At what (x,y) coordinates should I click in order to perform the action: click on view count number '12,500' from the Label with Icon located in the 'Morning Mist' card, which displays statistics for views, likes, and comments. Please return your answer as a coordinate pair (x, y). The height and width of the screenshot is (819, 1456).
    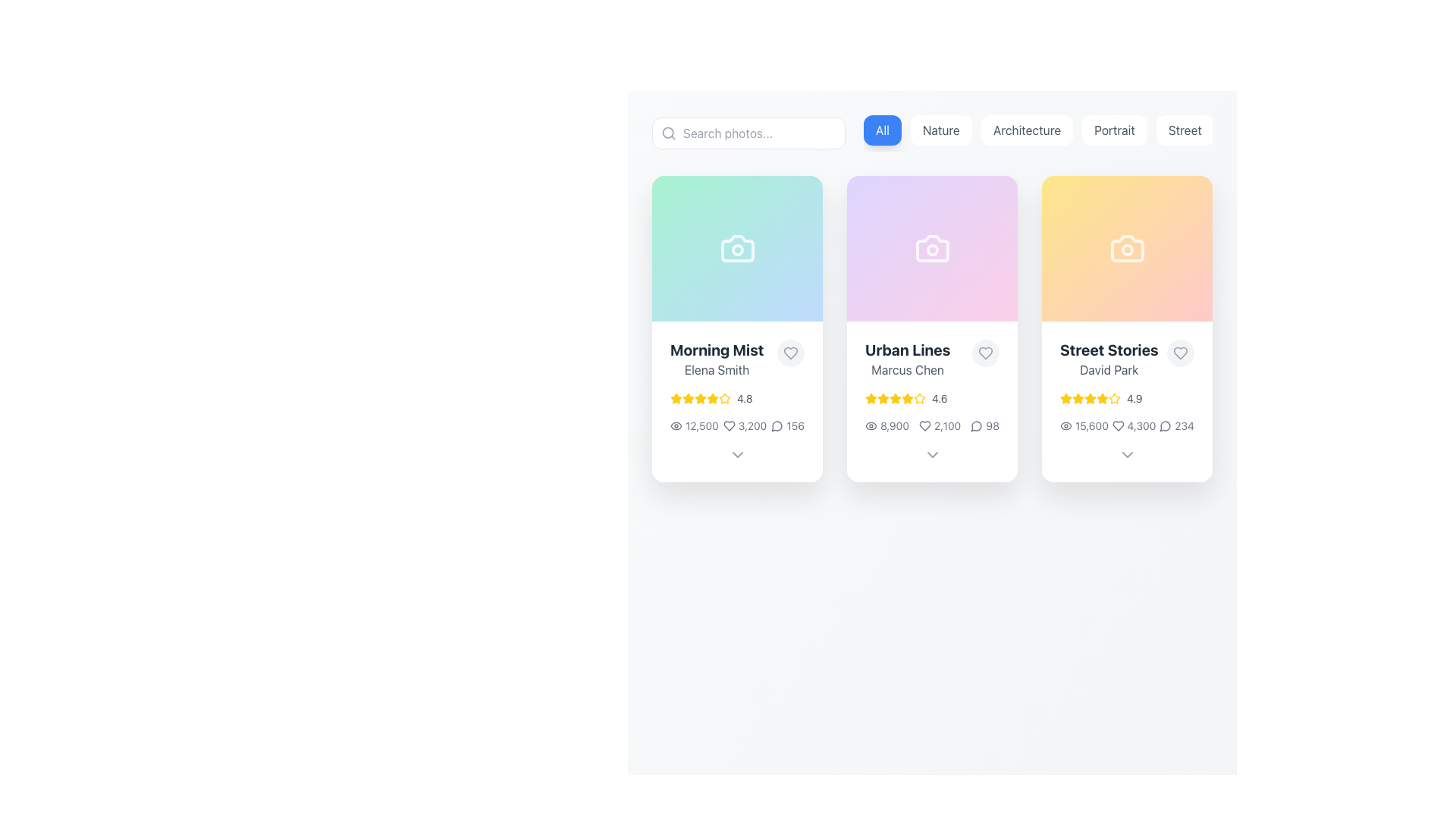
    Looking at the image, I should click on (693, 426).